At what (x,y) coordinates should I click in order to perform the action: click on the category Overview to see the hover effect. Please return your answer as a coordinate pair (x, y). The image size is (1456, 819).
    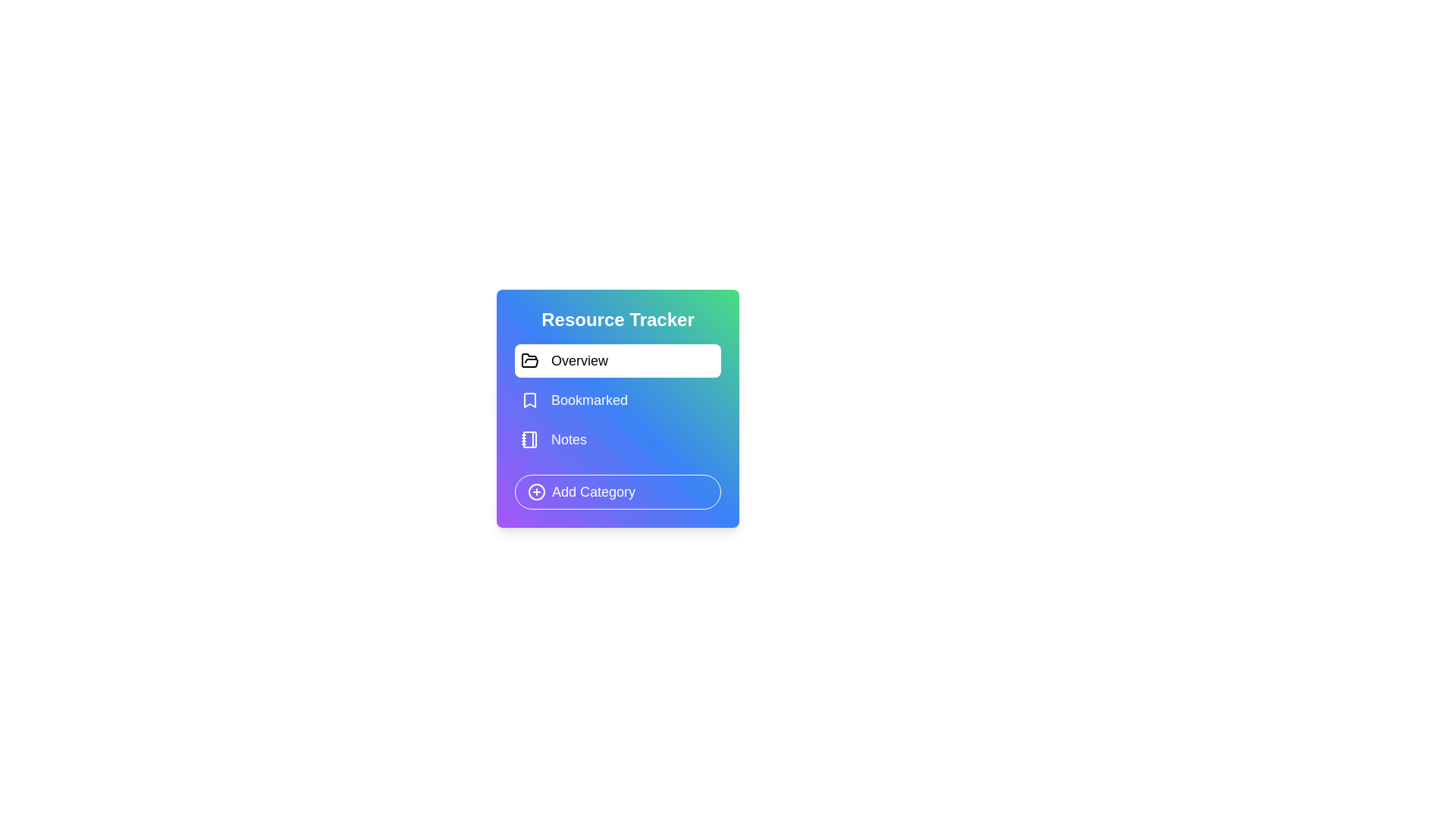
    Looking at the image, I should click on (618, 360).